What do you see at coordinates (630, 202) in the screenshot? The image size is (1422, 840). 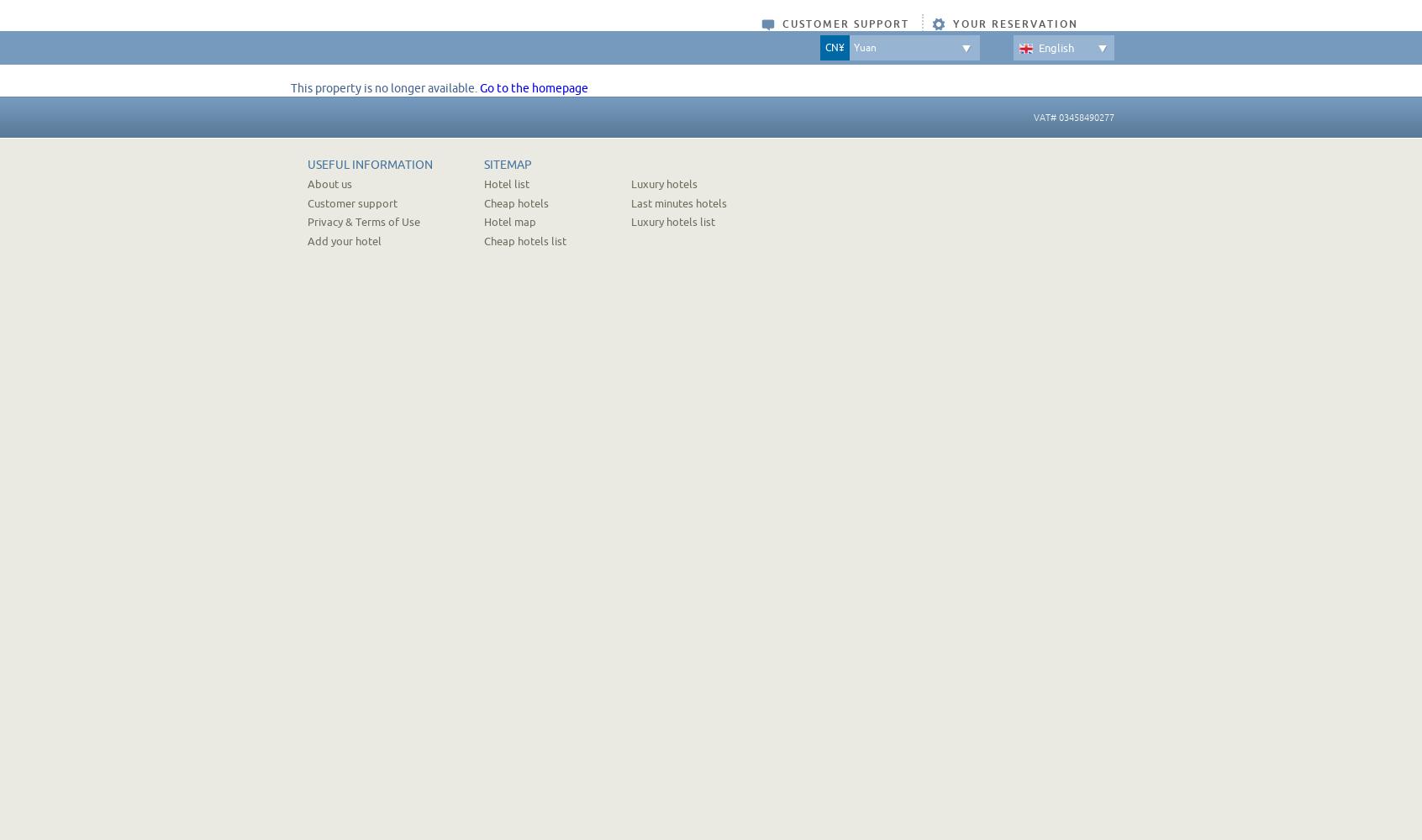 I see `'Last minutes hotels'` at bounding box center [630, 202].